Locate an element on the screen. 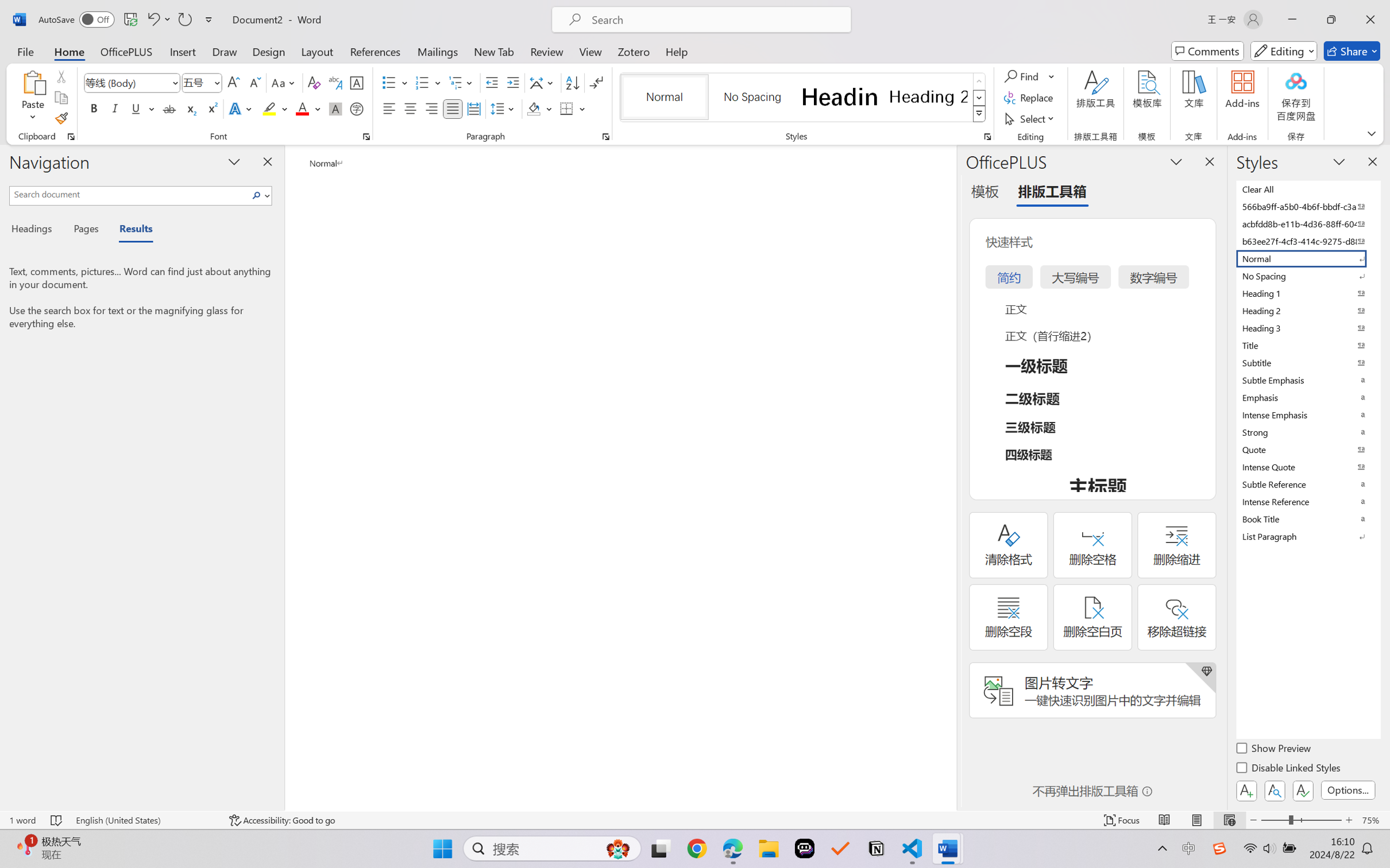 This screenshot has width=1390, height=868. 'Justify' is located at coordinates (452, 108).